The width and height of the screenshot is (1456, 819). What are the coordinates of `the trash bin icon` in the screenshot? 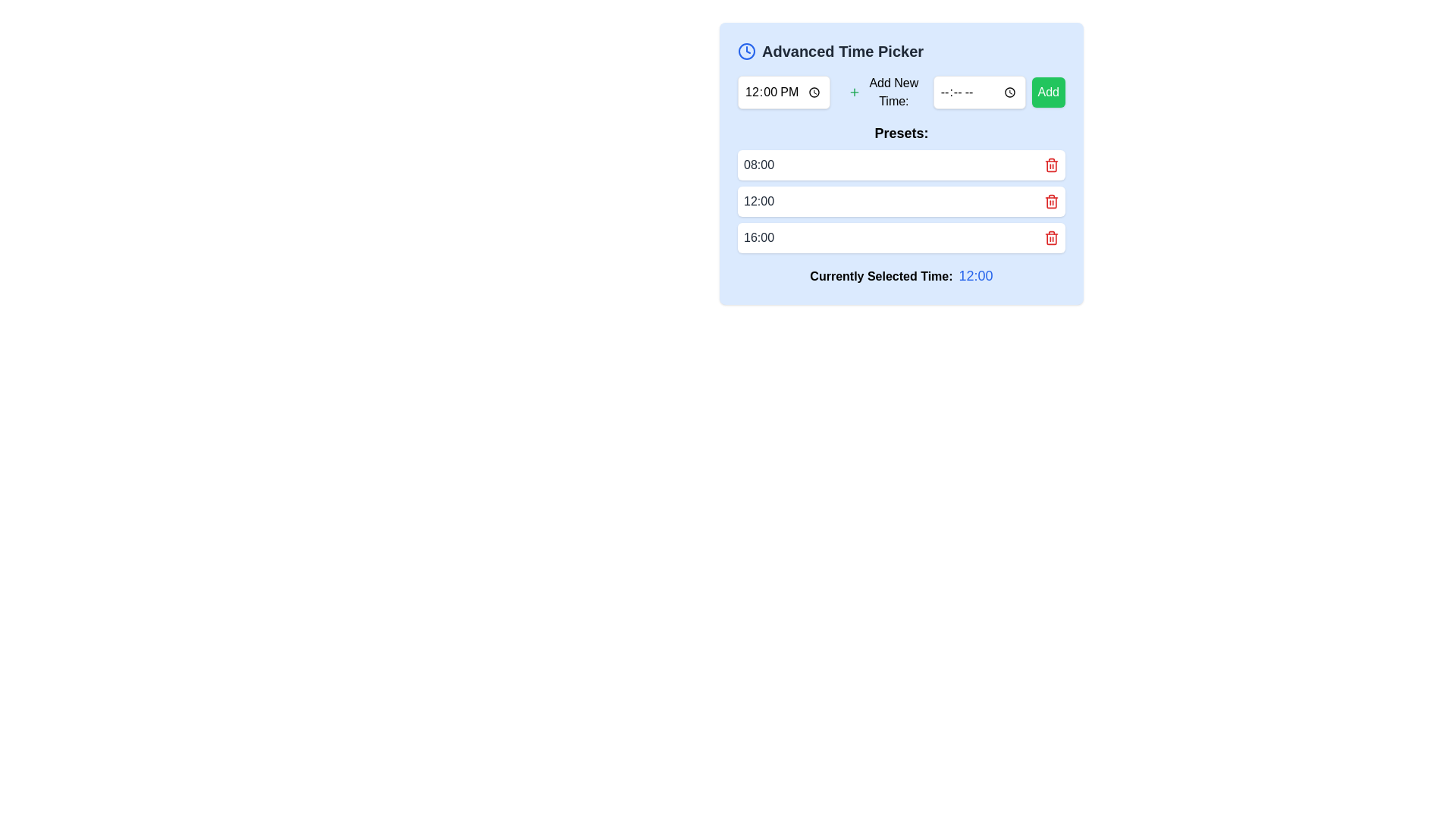 It's located at (1051, 166).